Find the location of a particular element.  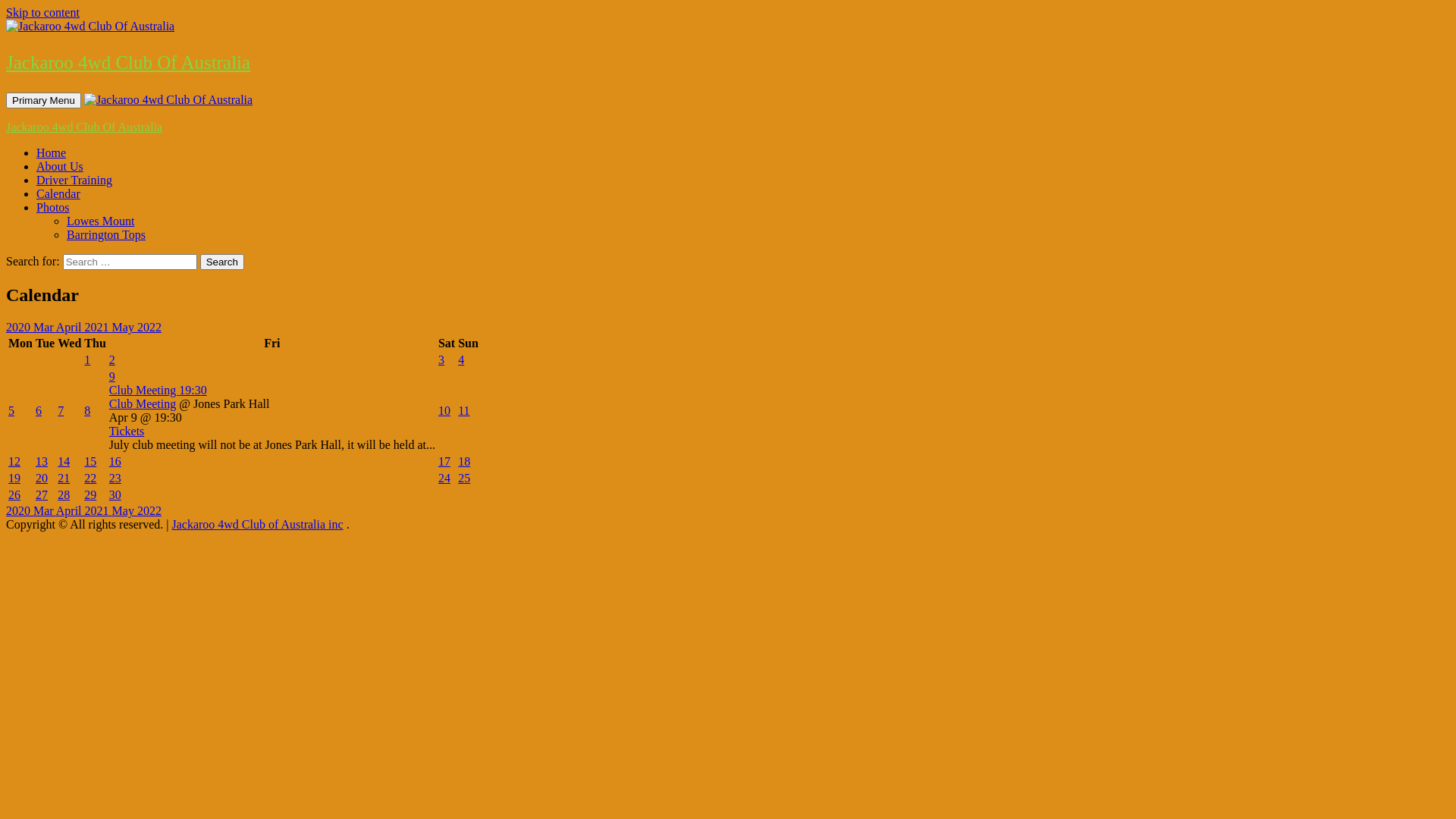

'Club Meeting' is located at coordinates (142, 403).